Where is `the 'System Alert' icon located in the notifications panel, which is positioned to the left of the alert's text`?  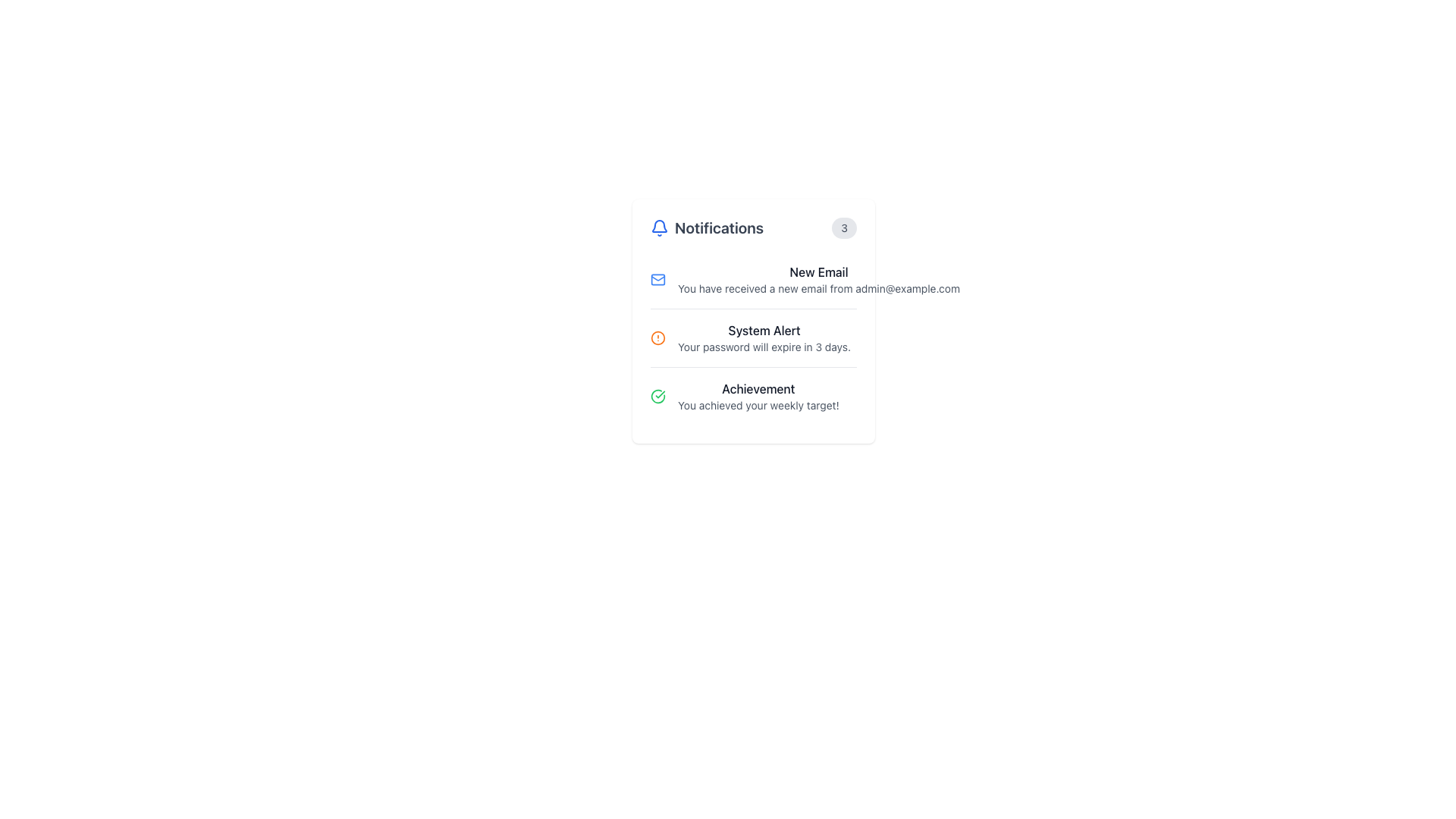
the 'System Alert' icon located in the notifications panel, which is positioned to the left of the alert's text is located at coordinates (658, 337).